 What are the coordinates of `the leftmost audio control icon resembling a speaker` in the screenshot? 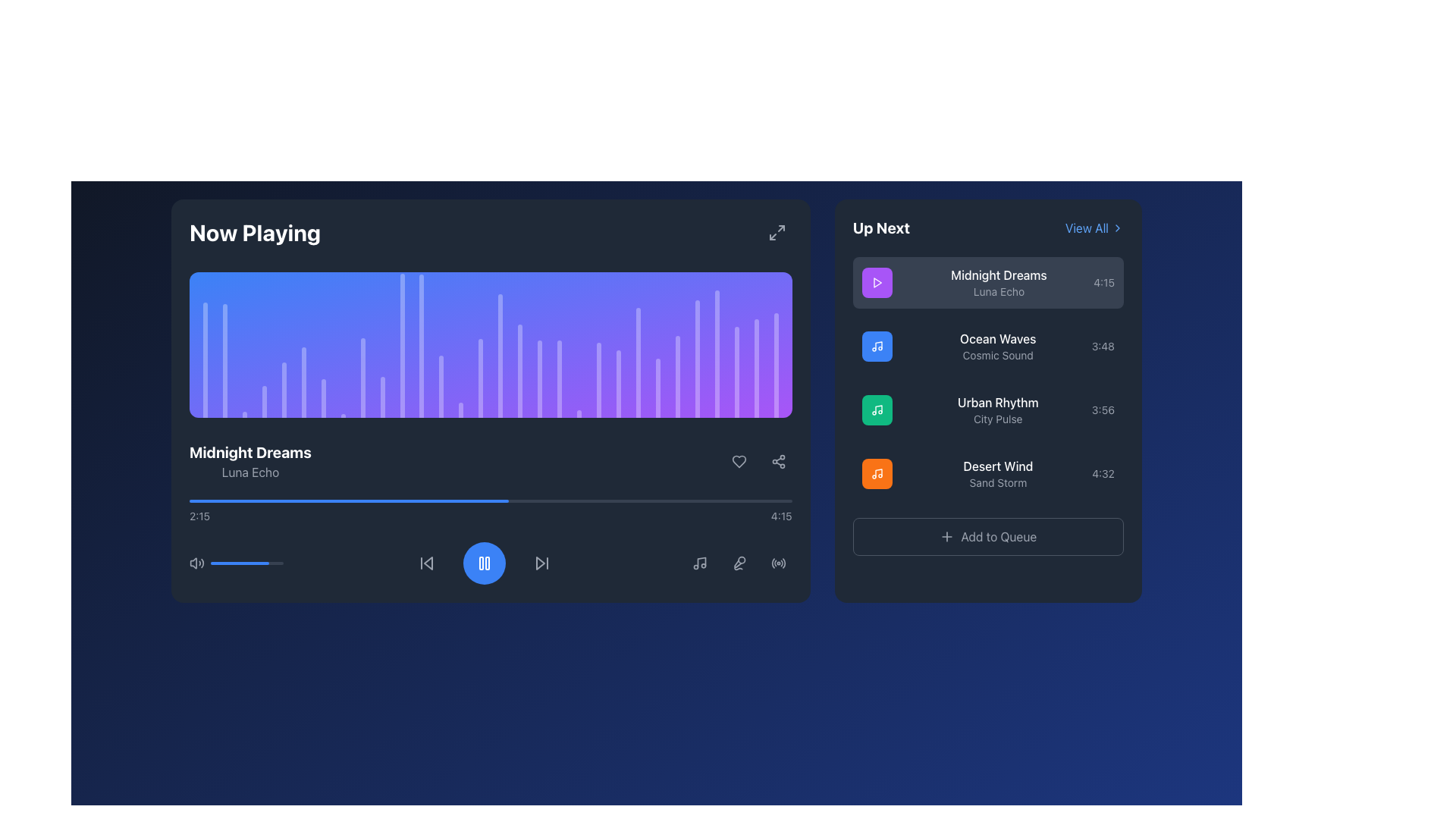 It's located at (193, 563).